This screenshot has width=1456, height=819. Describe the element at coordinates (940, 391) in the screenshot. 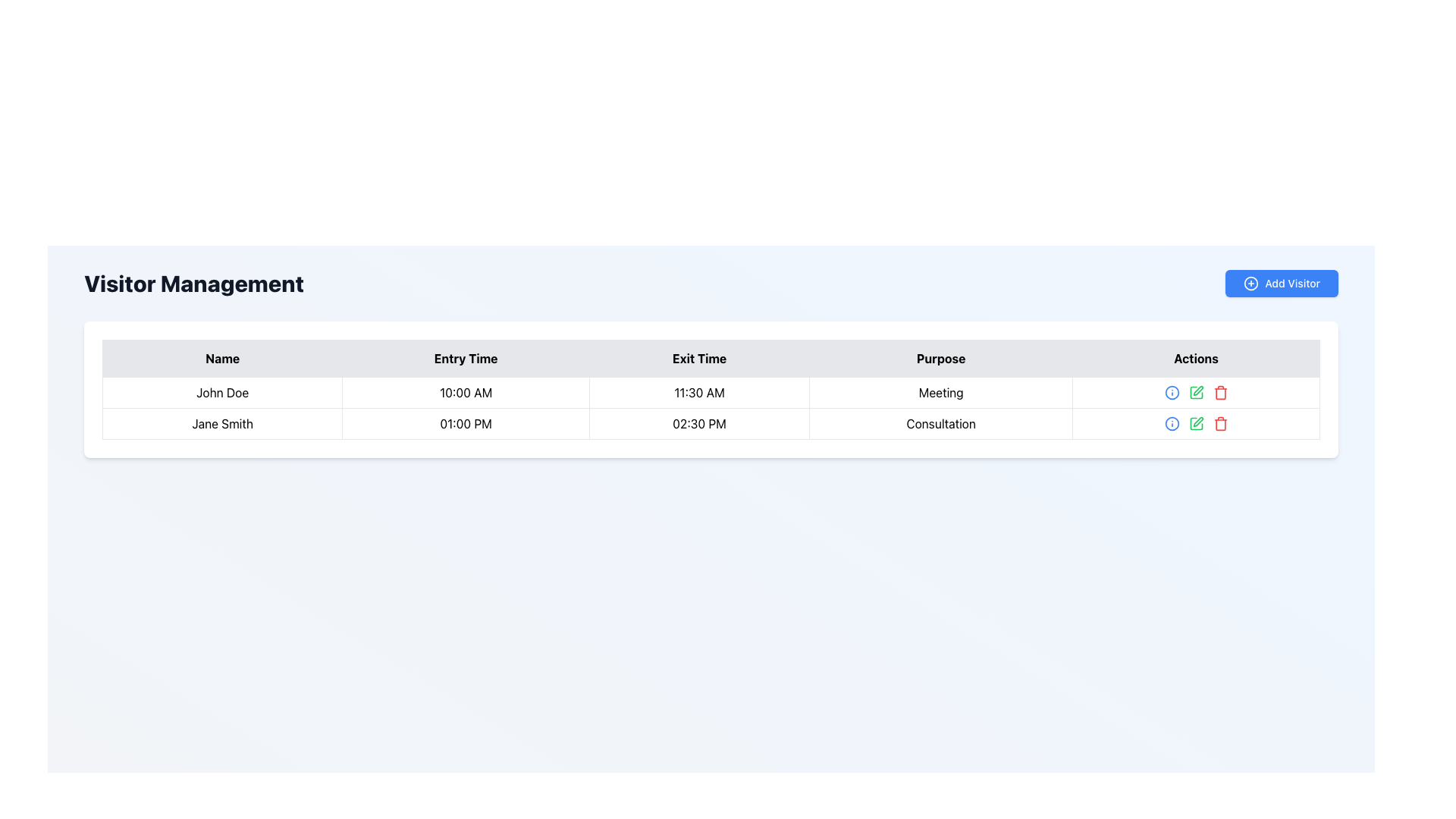

I see `the text element displaying 'Meeting' which is located in the 'Purpose' column of the table, aligned to the right of 'Exit Time' ('11:30 AM') and left of action icons` at that location.